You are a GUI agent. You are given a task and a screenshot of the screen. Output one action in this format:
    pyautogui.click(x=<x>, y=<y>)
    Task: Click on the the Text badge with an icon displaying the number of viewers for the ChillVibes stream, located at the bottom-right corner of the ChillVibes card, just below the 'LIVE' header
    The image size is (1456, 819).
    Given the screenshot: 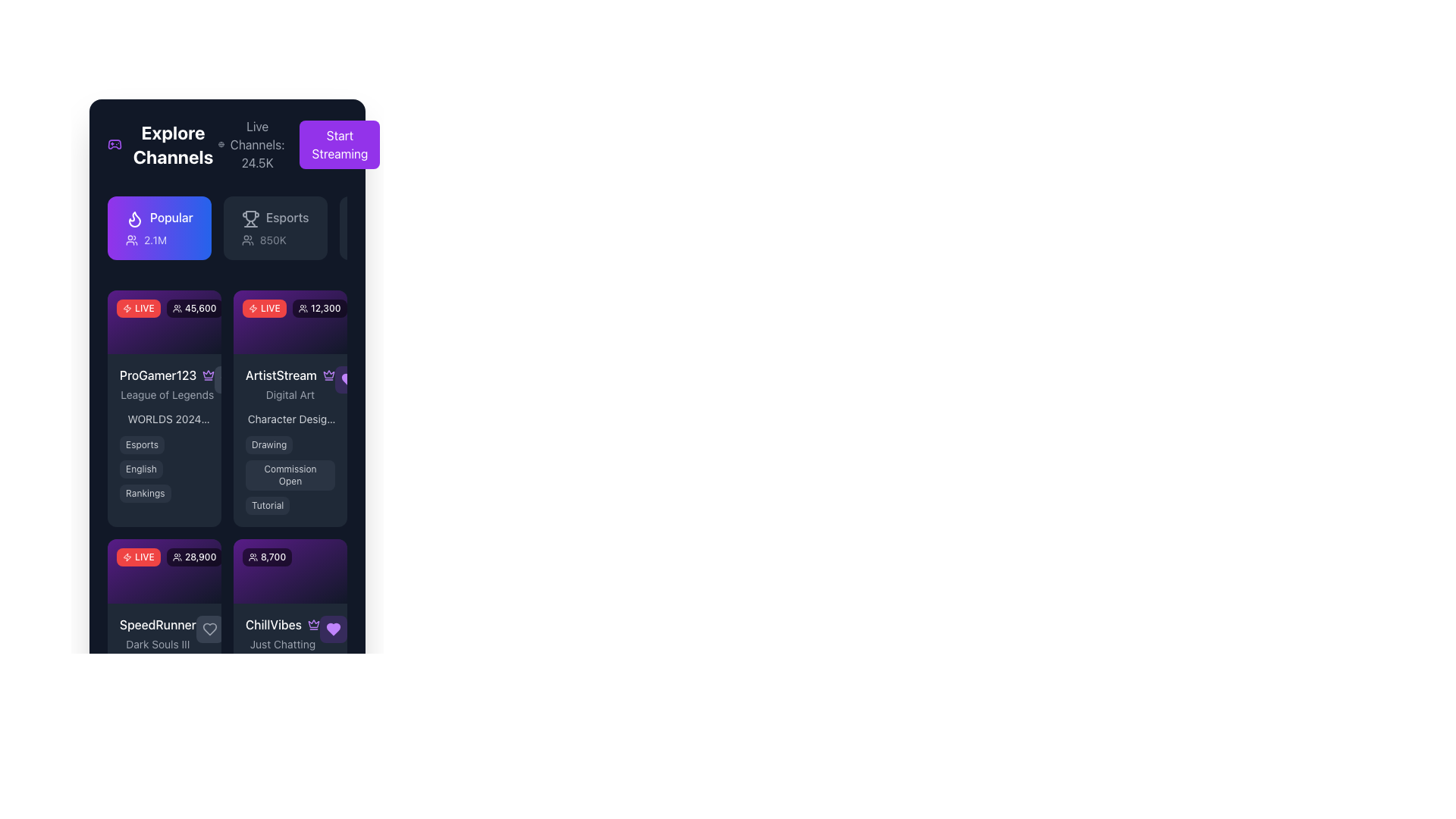 What is the action you would take?
    pyautogui.click(x=267, y=557)
    